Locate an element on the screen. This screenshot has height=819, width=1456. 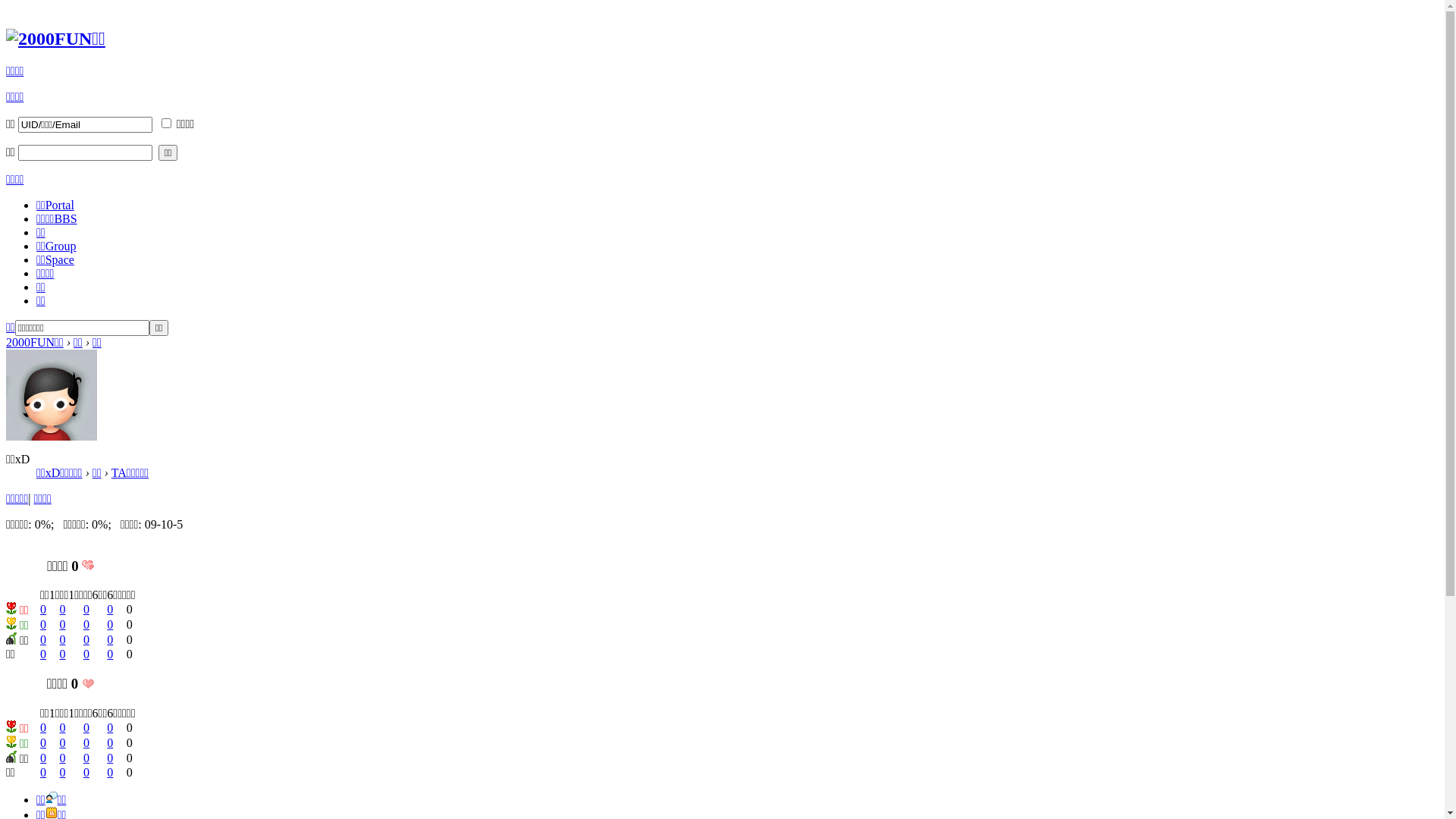
'0' is located at coordinates (83, 772).